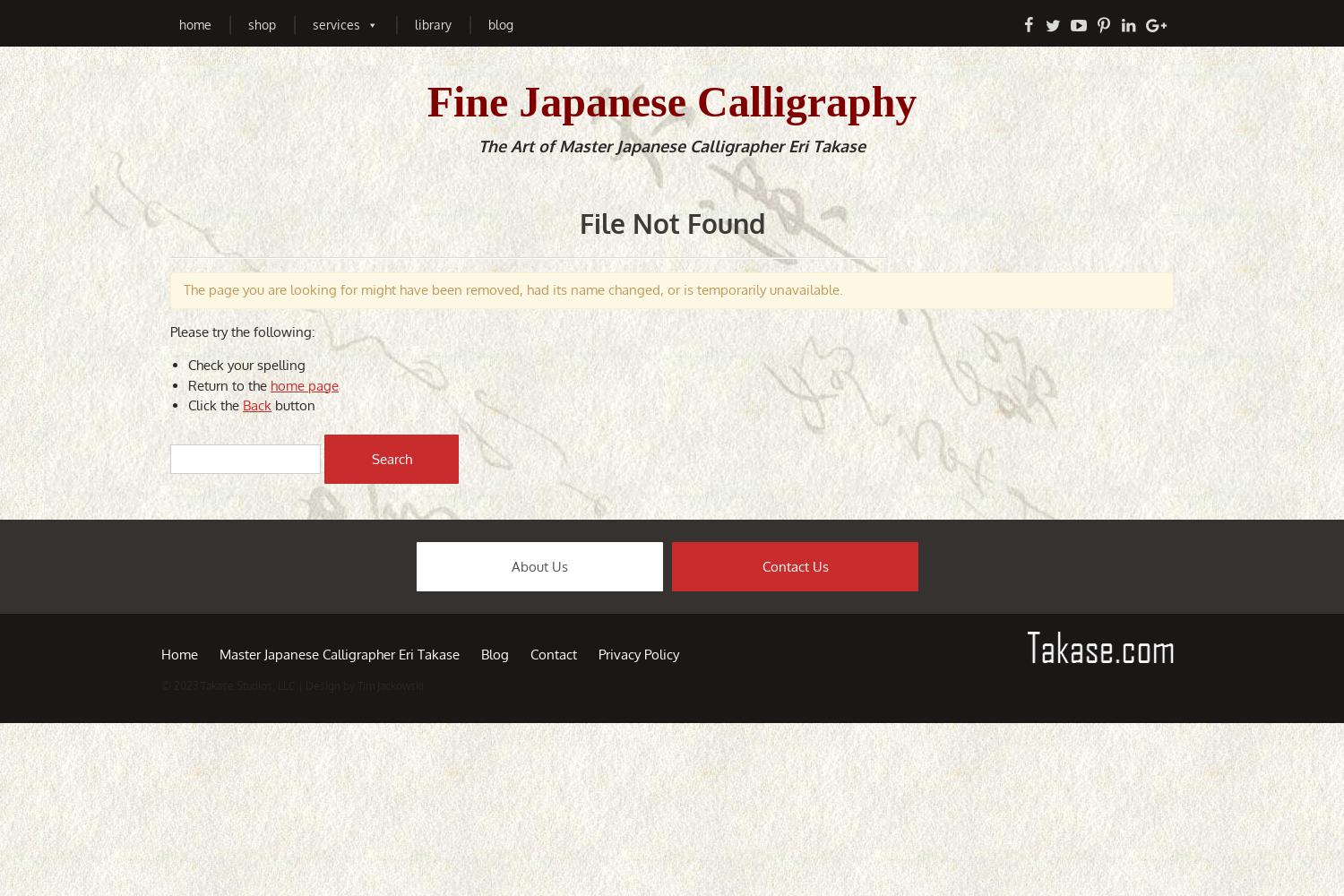  What do you see at coordinates (548, 80) in the screenshot?
I see `'Custom Japanese Scrolls'` at bounding box center [548, 80].